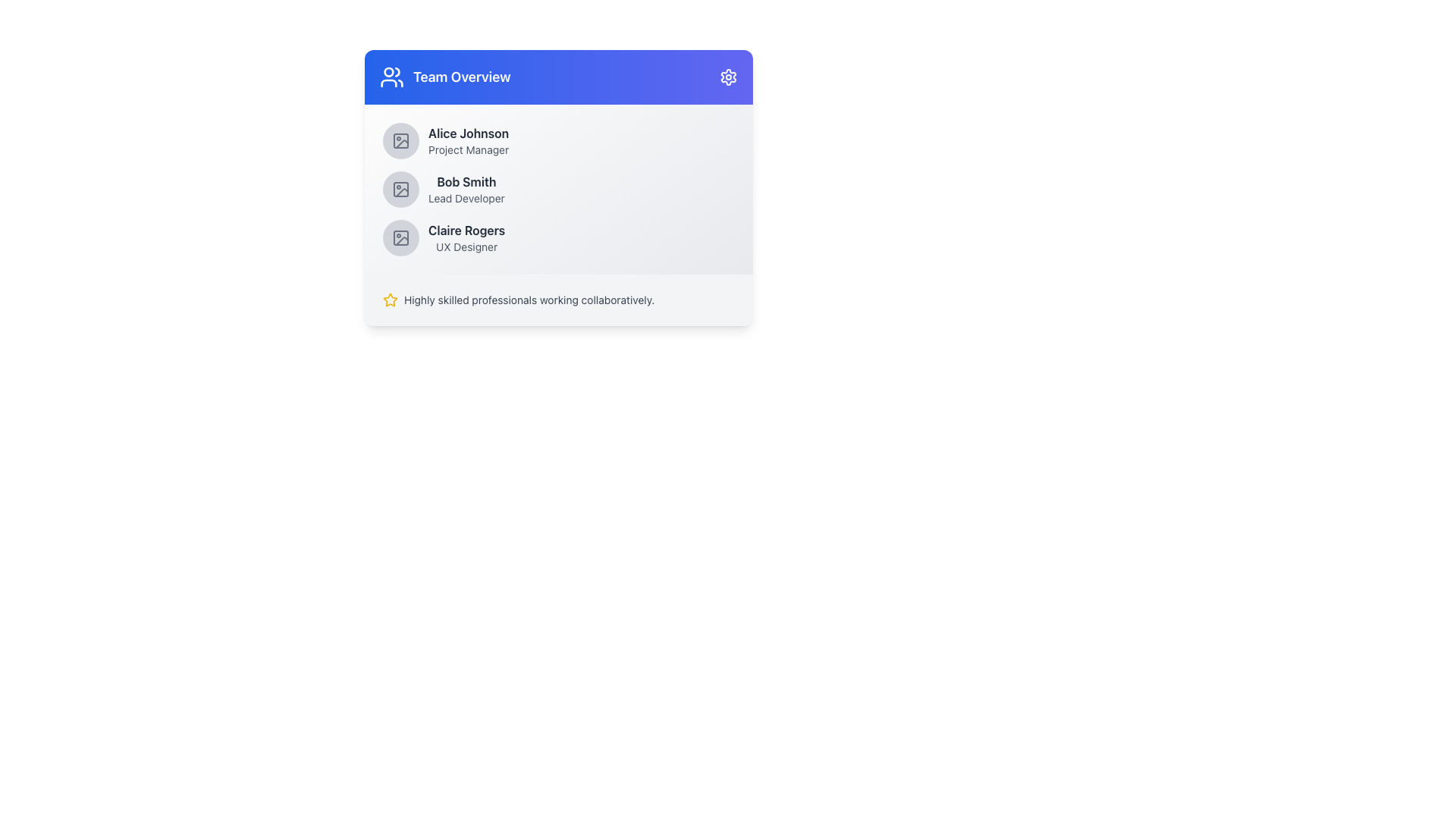 Image resolution: width=1456 pixels, height=819 pixels. Describe the element at coordinates (397, 72) in the screenshot. I see `the small, rounded icon associated with the 'Team Overview' title located in the top-left corner of the blue header bar of the card` at that location.